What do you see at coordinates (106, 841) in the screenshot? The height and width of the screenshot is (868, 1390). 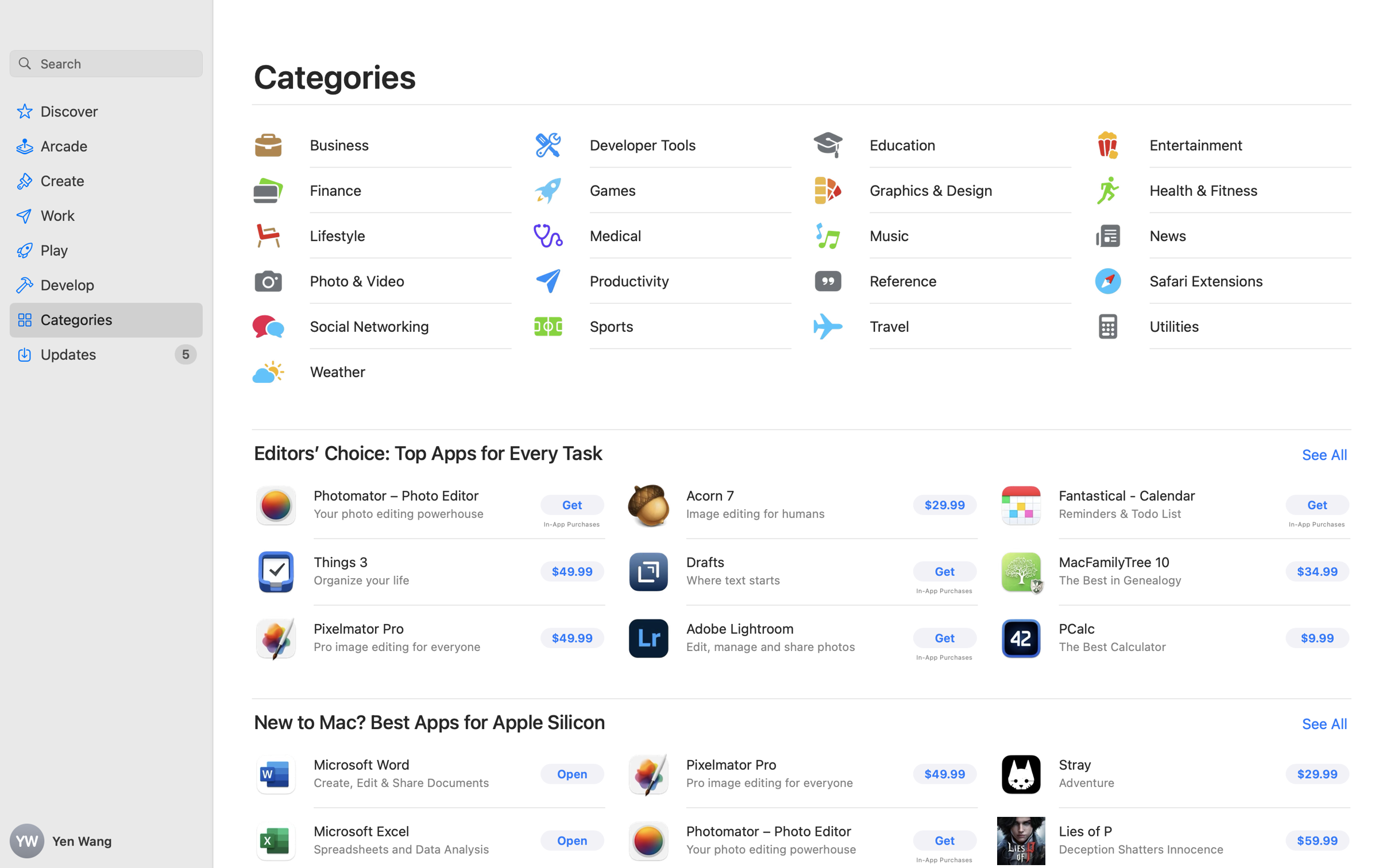 I see `'Yen Wang'` at bounding box center [106, 841].